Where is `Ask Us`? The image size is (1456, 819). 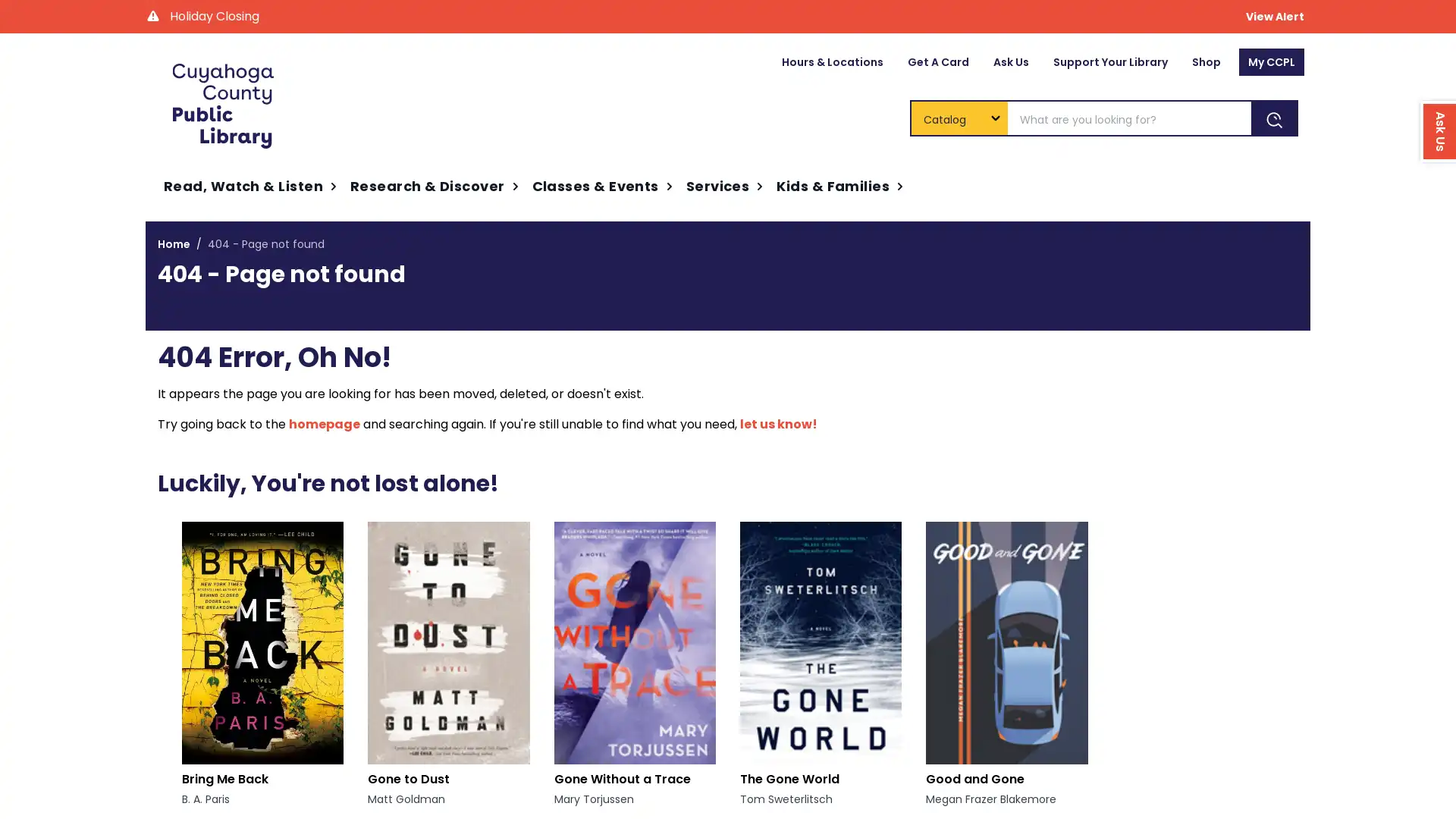
Ask Us is located at coordinates (1135, 137).